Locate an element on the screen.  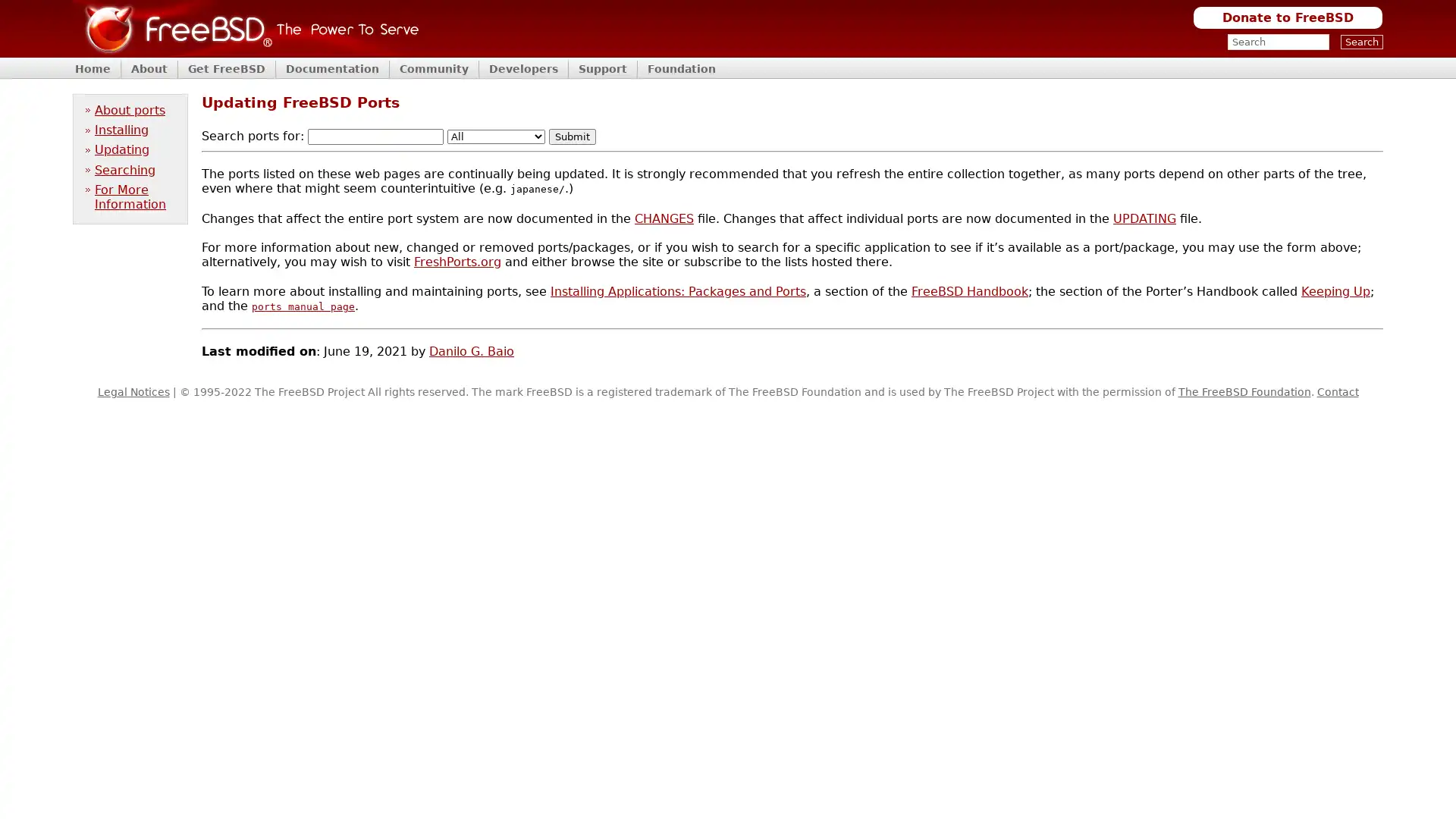
Search is located at coordinates (1361, 41).